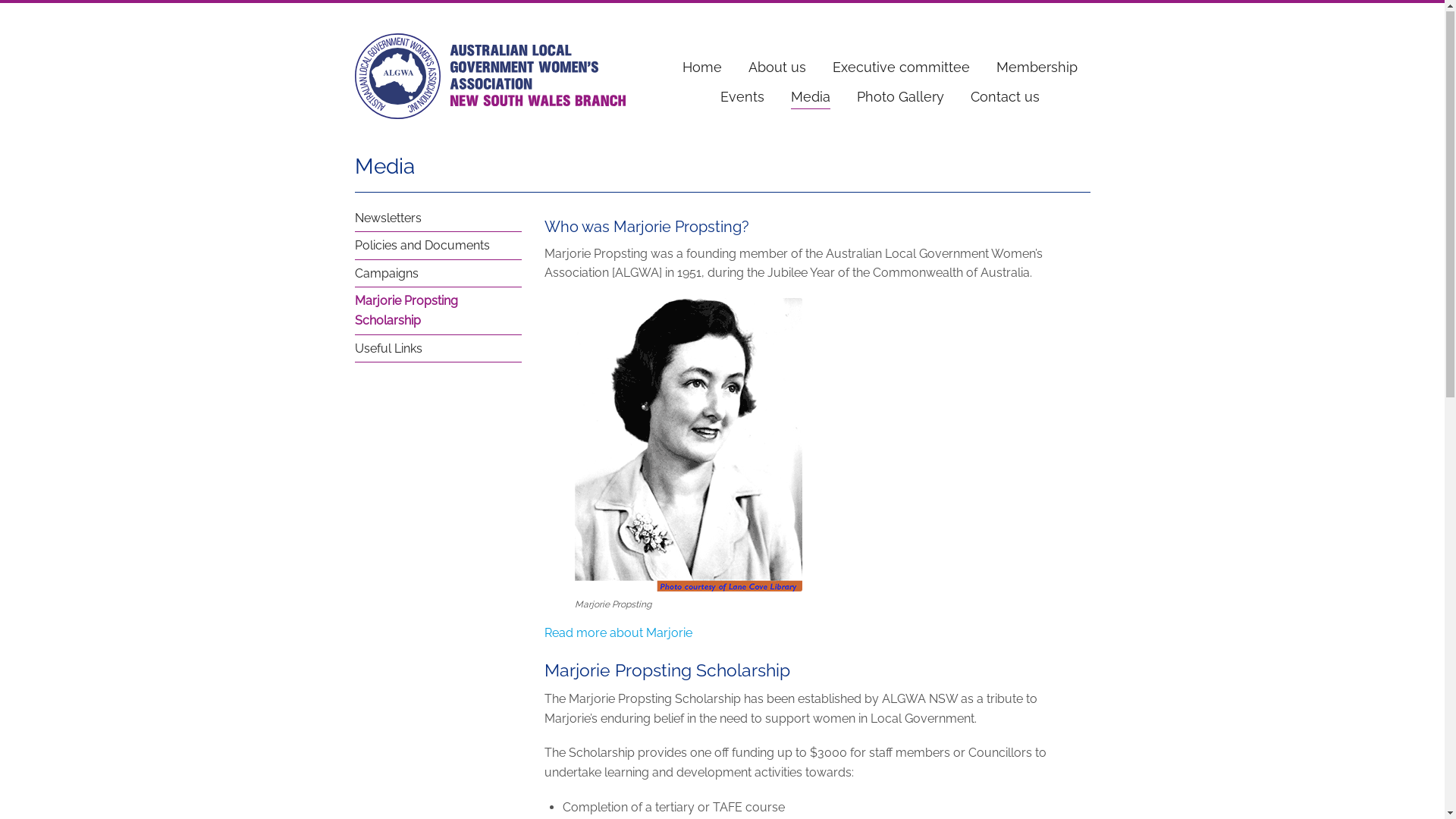  I want to click on 'About us', so click(748, 67).